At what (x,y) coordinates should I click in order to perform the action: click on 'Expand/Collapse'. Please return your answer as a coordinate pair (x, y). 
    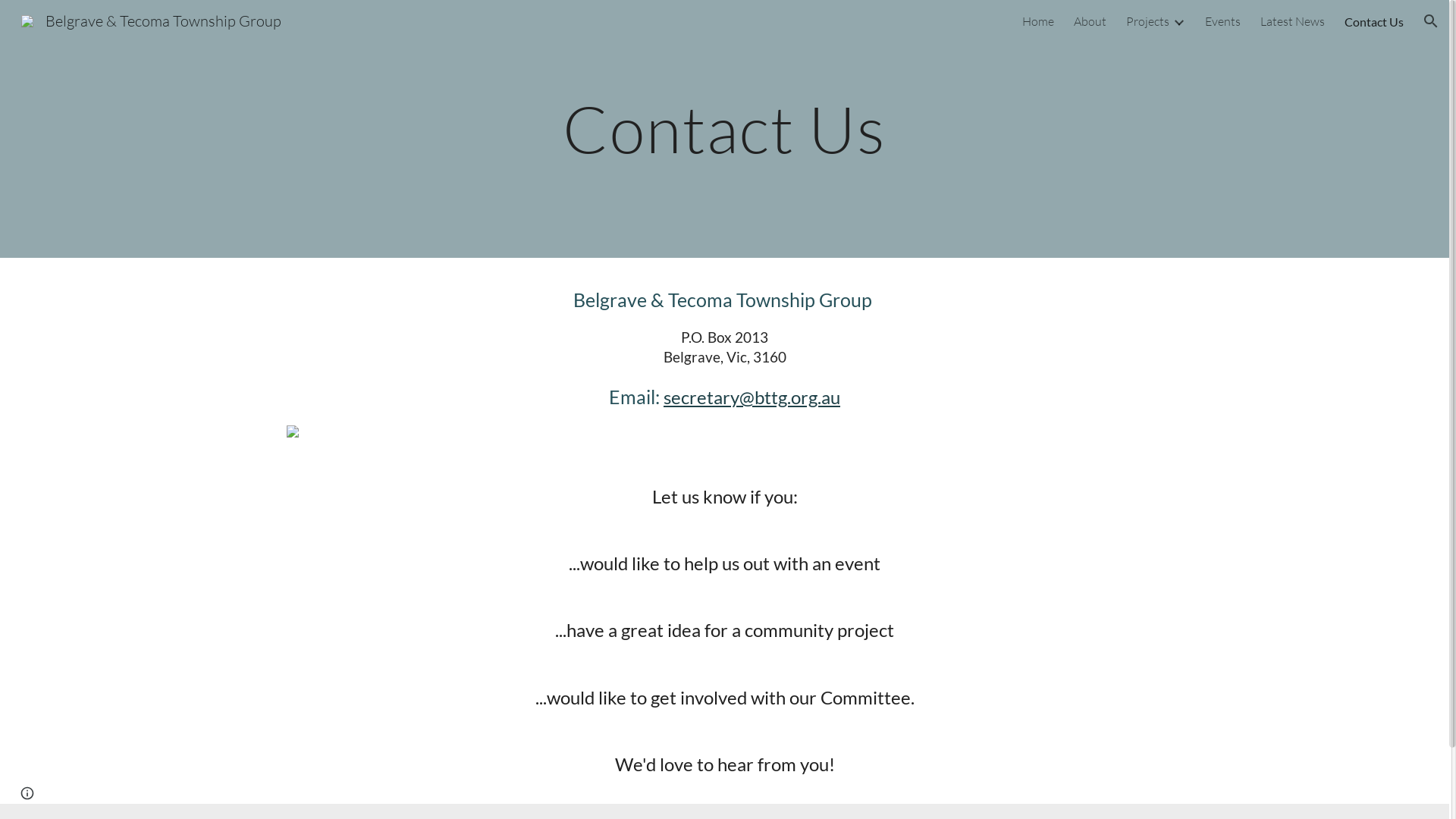
    Looking at the image, I should click on (1178, 20).